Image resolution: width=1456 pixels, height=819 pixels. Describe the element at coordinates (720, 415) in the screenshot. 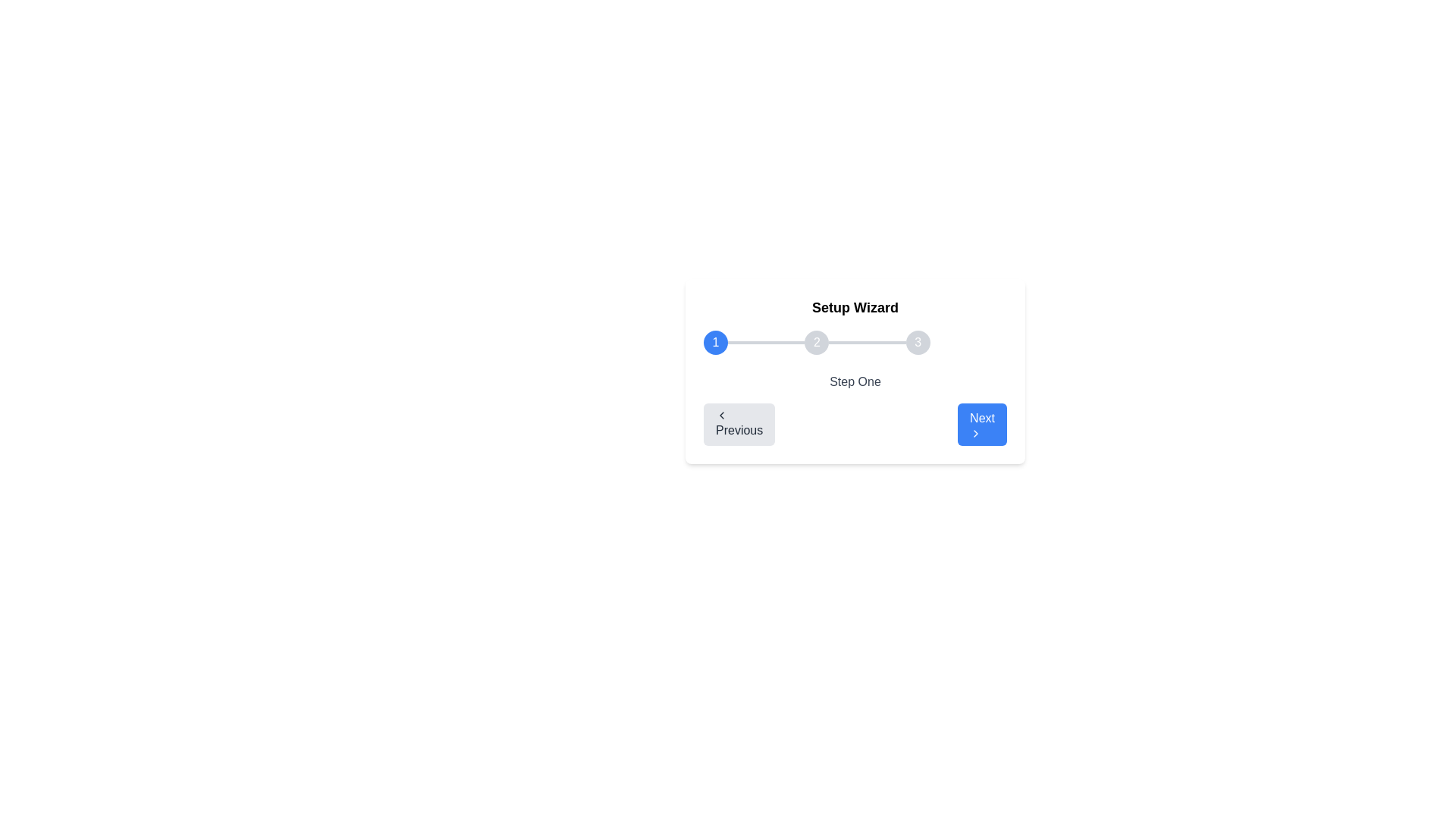

I see `the left-pointing chevron icon within the 'Previous' button in the Setup Wizard interface` at that location.